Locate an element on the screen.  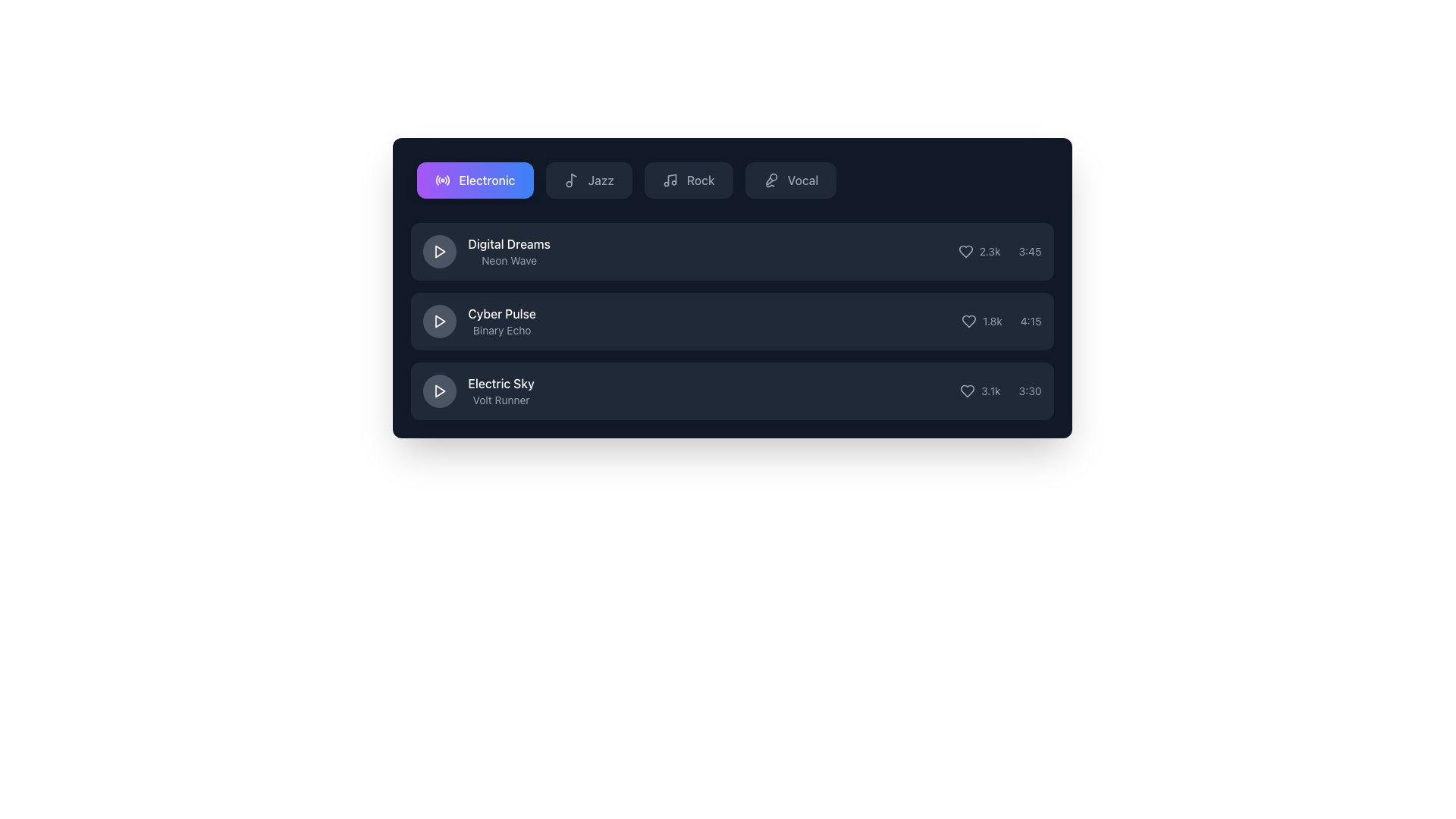
the heart-shaped icon button located to the left of the numeric display '2.3k' in the uppermost row of the 'Digital Dreams' section for keyboard interaction is located at coordinates (965, 250).